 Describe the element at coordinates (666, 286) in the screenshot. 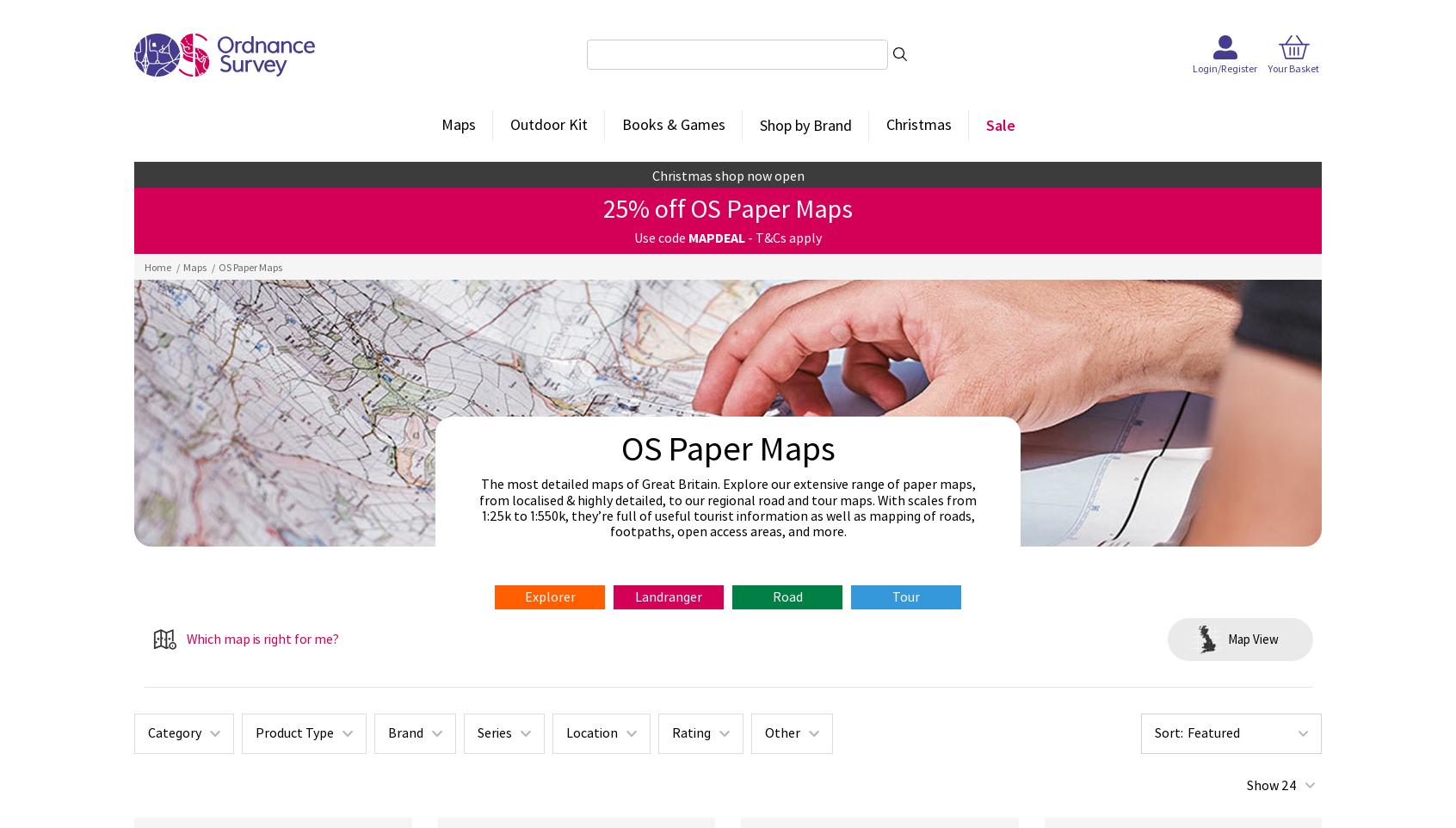

I see `'Perfect for cycling and longer routes.'` at that location.